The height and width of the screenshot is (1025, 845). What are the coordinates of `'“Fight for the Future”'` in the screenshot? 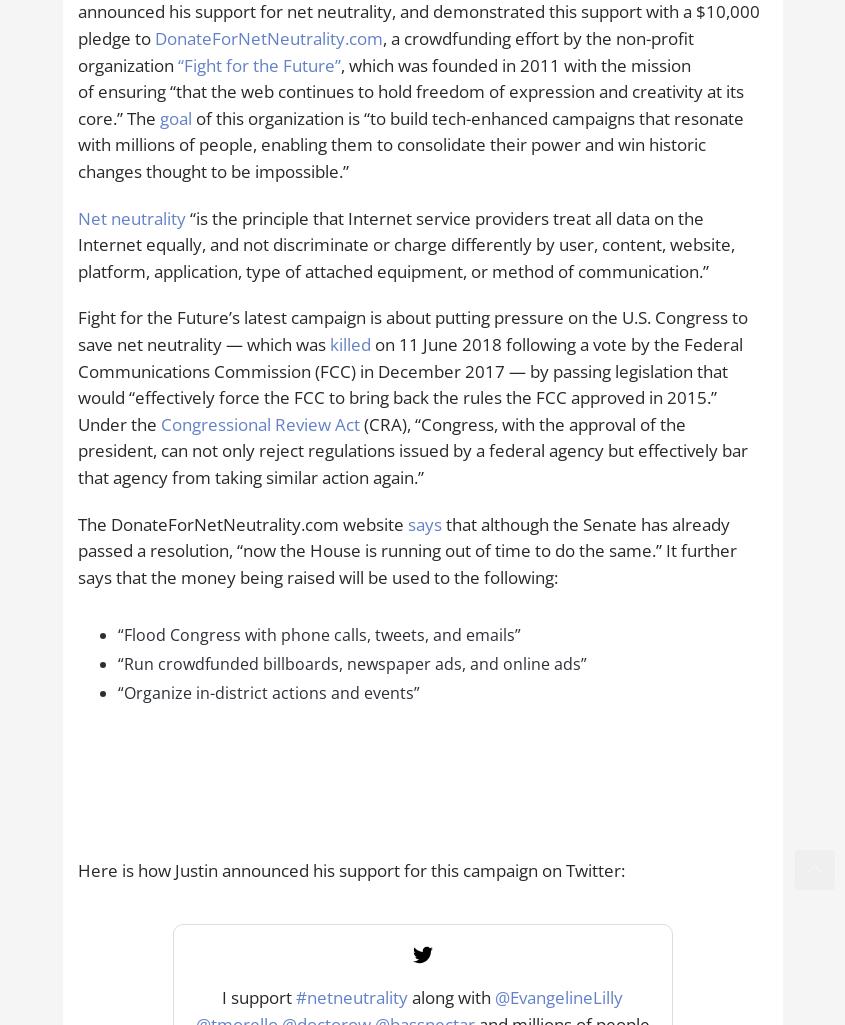 It's located at (258, 63).